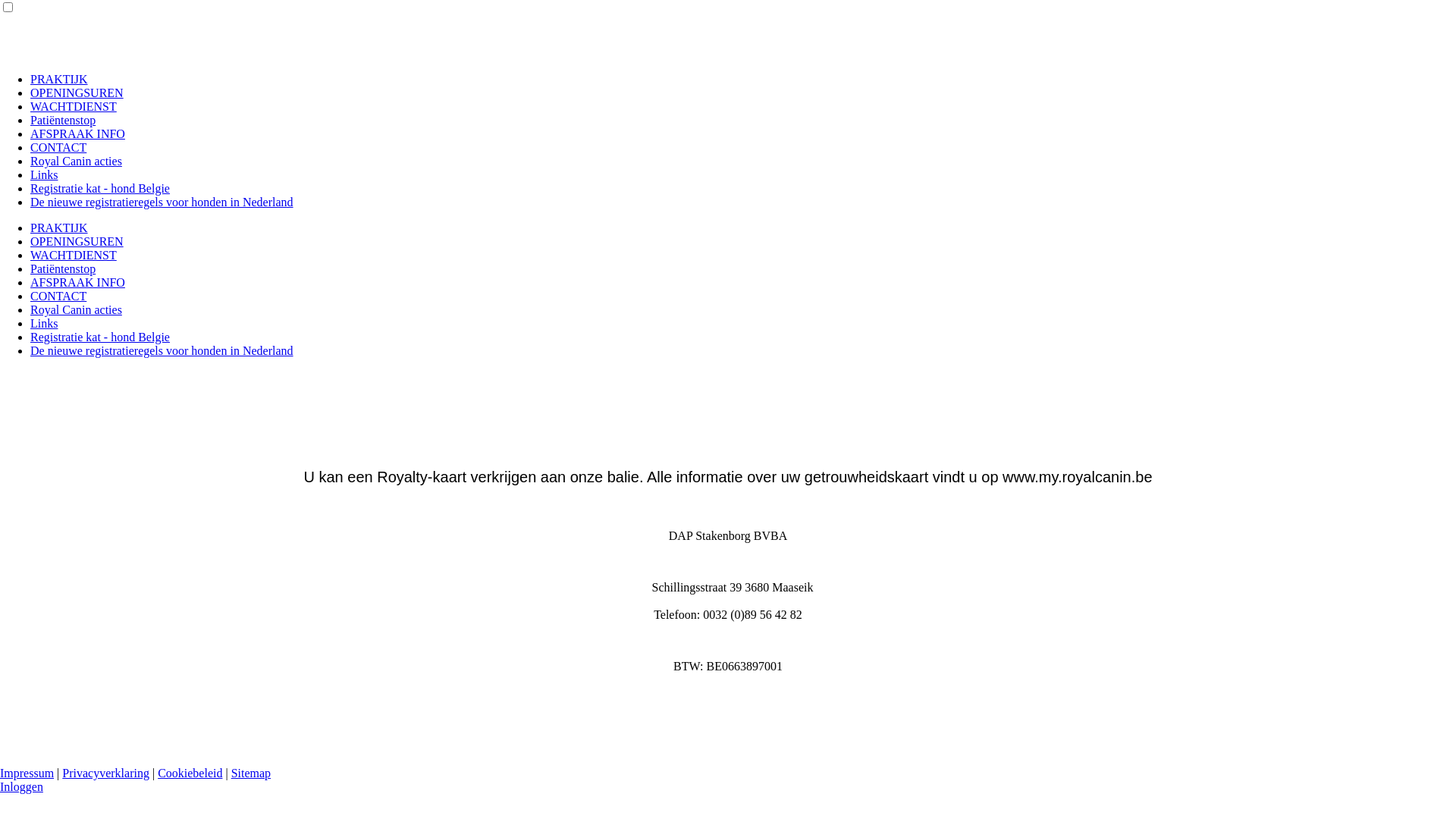  I want to click on 'Inloggen', so click(21, 786).